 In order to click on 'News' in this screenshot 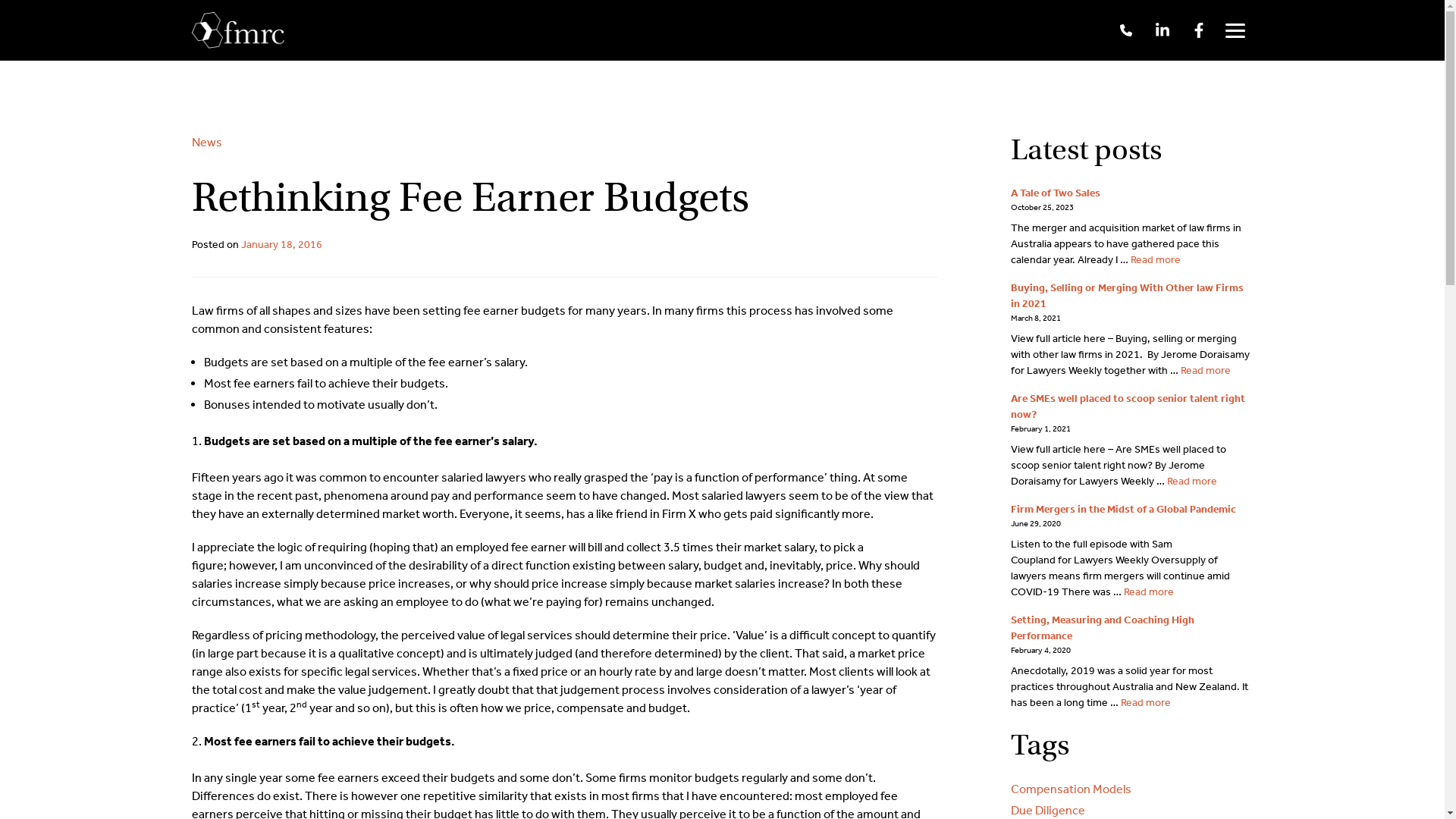, I will do `click(206, 142)`.